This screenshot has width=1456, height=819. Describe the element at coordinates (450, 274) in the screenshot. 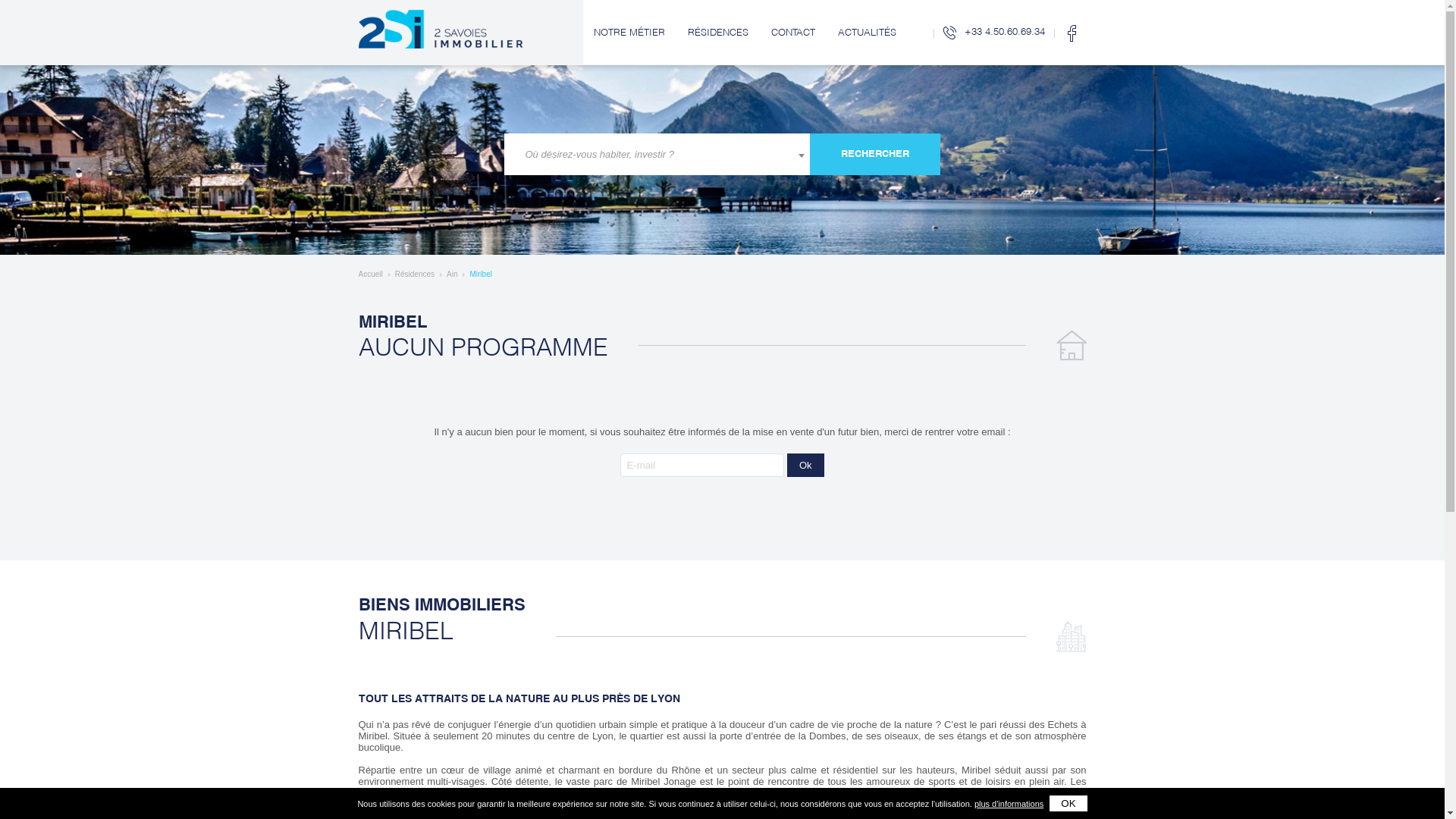

I see `'Ain'` at that location.